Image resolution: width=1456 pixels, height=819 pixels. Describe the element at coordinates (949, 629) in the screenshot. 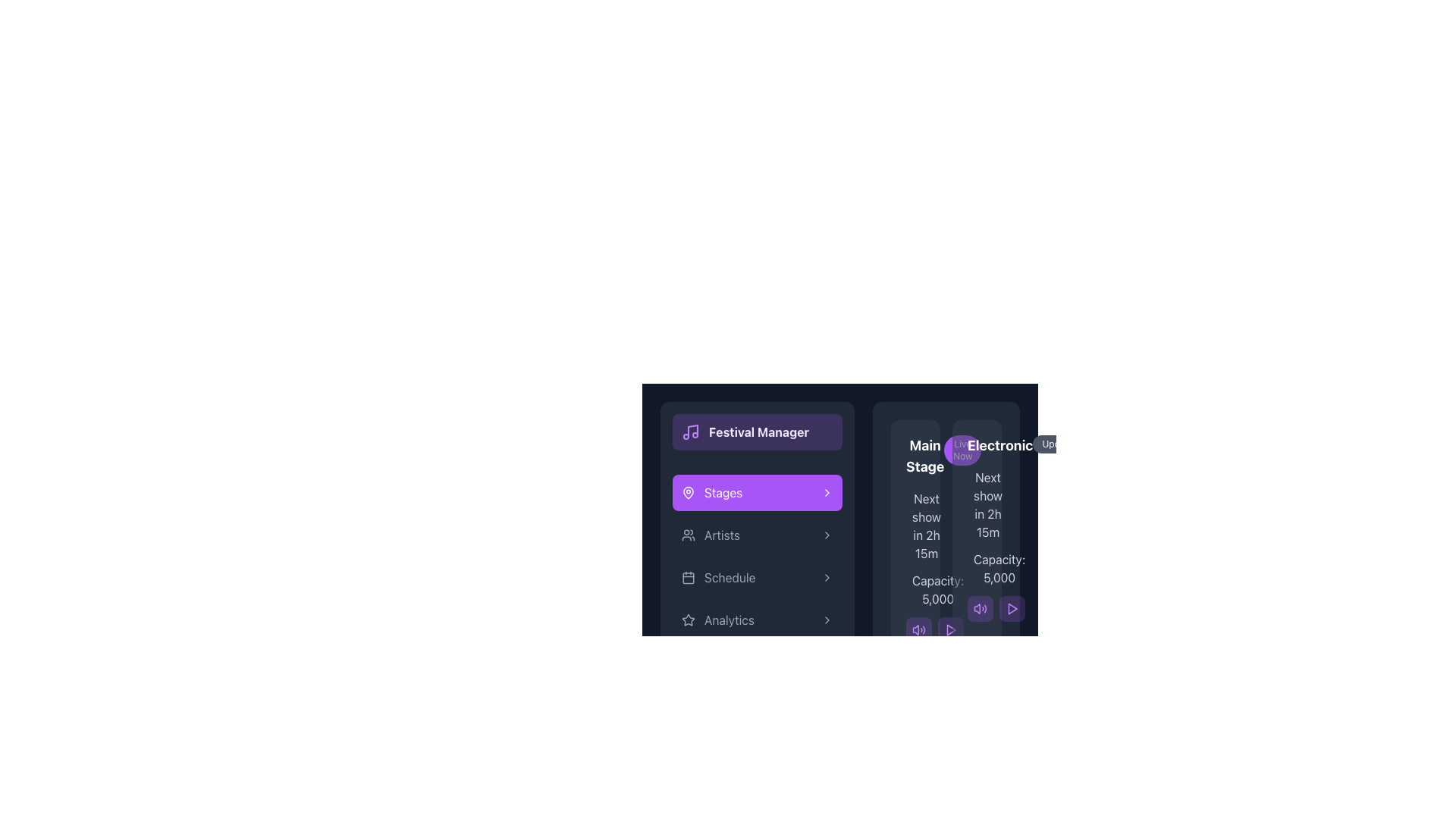

I see `the play icon button, which is represented by a triangle pointing to the right and is located to the bottom-right of the 'Electronic' stage information panel` at that location.